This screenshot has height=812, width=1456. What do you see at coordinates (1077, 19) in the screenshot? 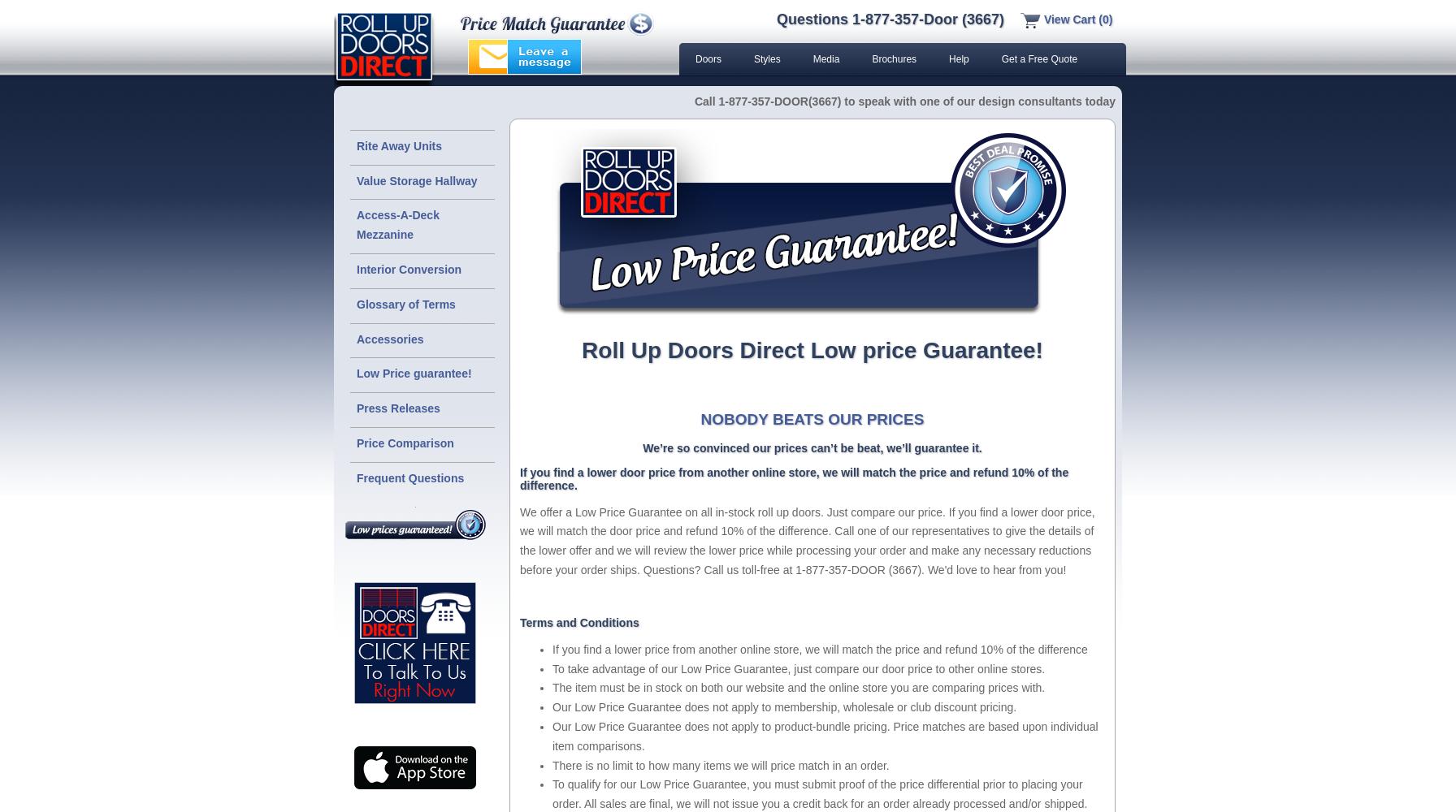
I see `'View Cart (0)'` at bounding box center [1077, 19].